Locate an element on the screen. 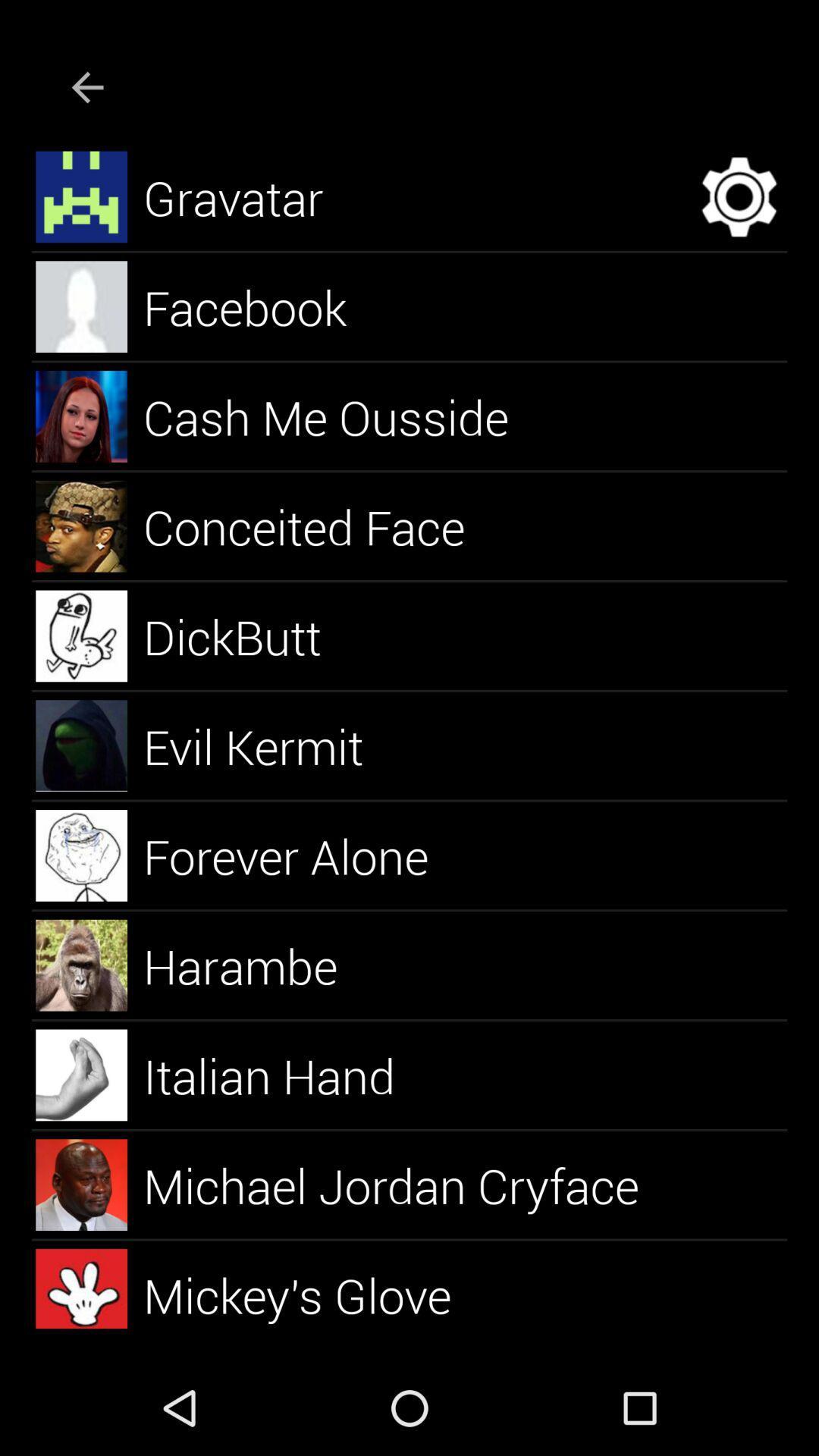  the michael jordan cryface item is located at coordinates (408, 1184).